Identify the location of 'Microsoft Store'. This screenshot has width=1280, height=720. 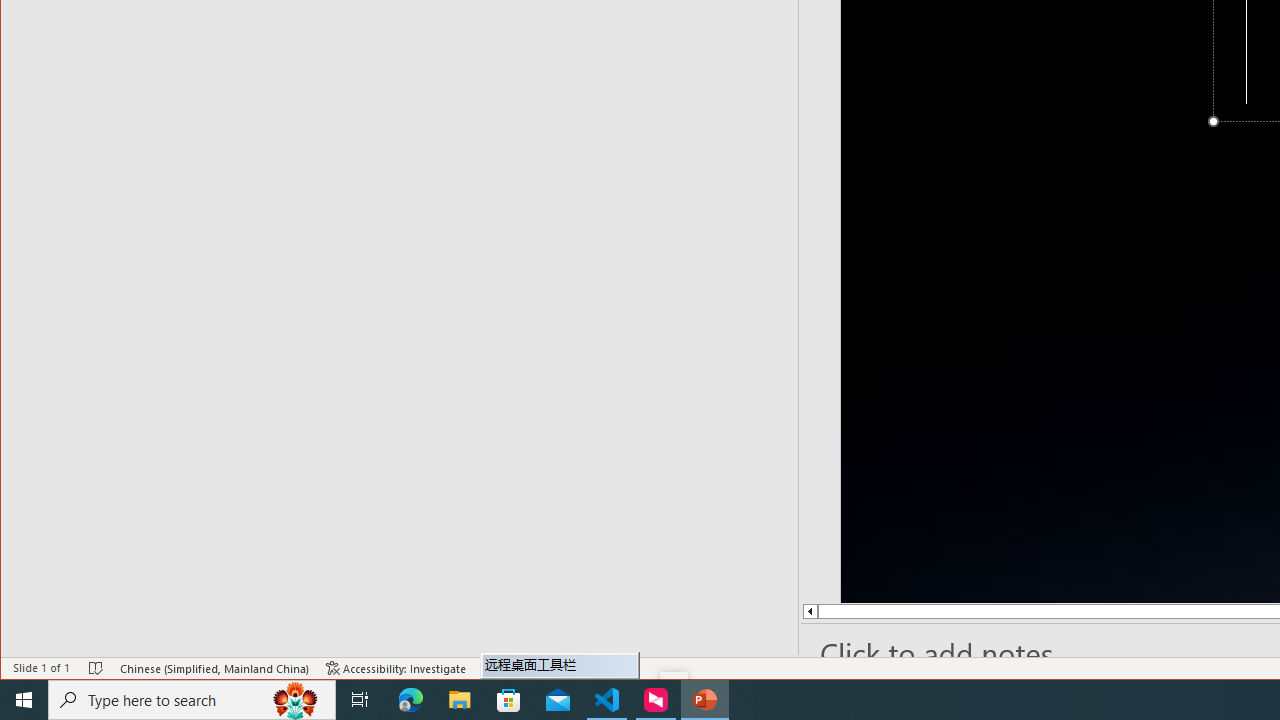
(509, 698).